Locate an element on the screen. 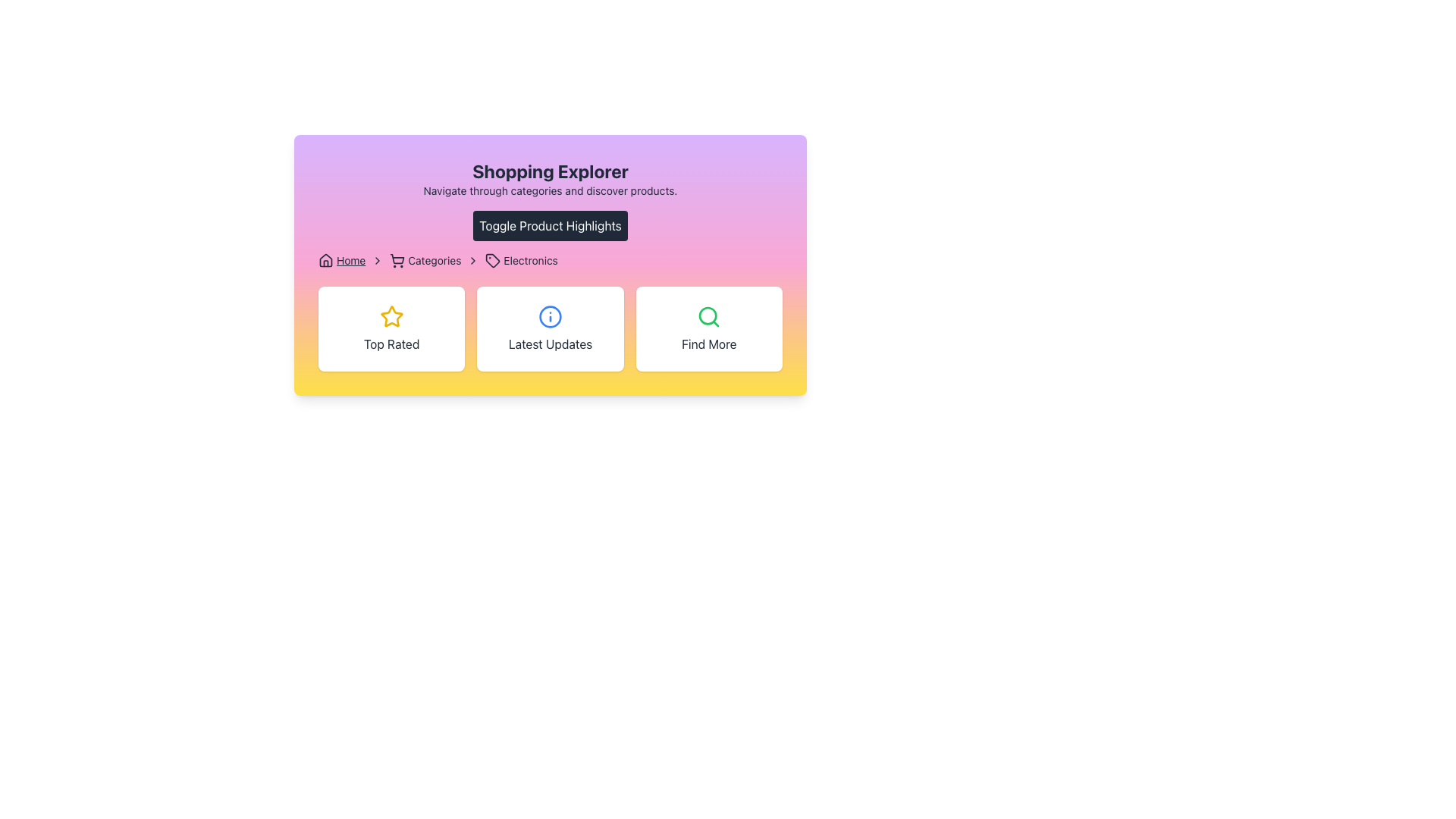 The height and width of the screenshot is (819, 1456). the 'Top Rated' label text, which is centrally aligned below a yellow-bordered star icon in the leftmost card of the 'Shopping Explorer' section is located at coordinates (391, 344).